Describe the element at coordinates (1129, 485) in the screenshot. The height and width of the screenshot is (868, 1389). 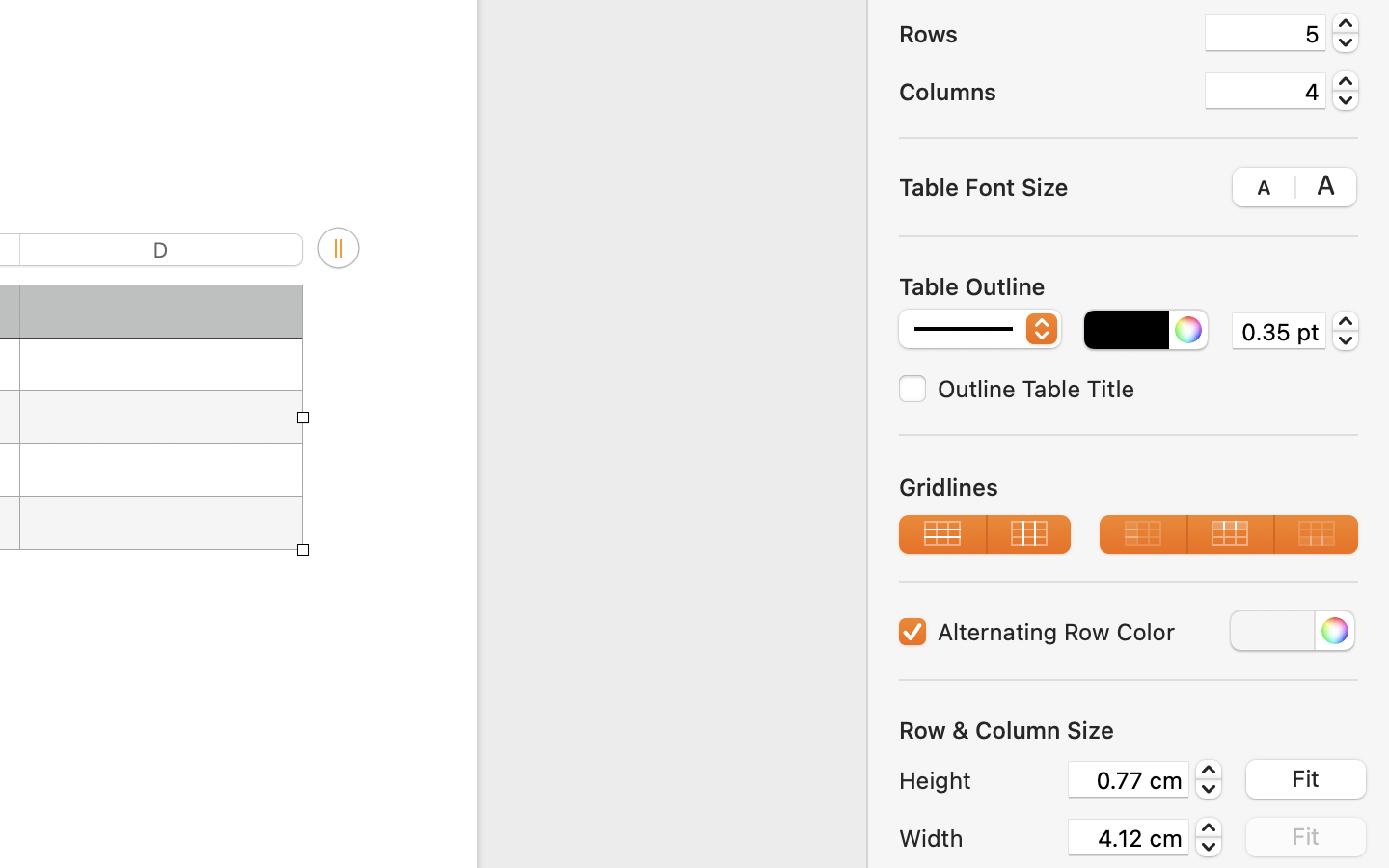
I see `'Gridlines'` at that location.